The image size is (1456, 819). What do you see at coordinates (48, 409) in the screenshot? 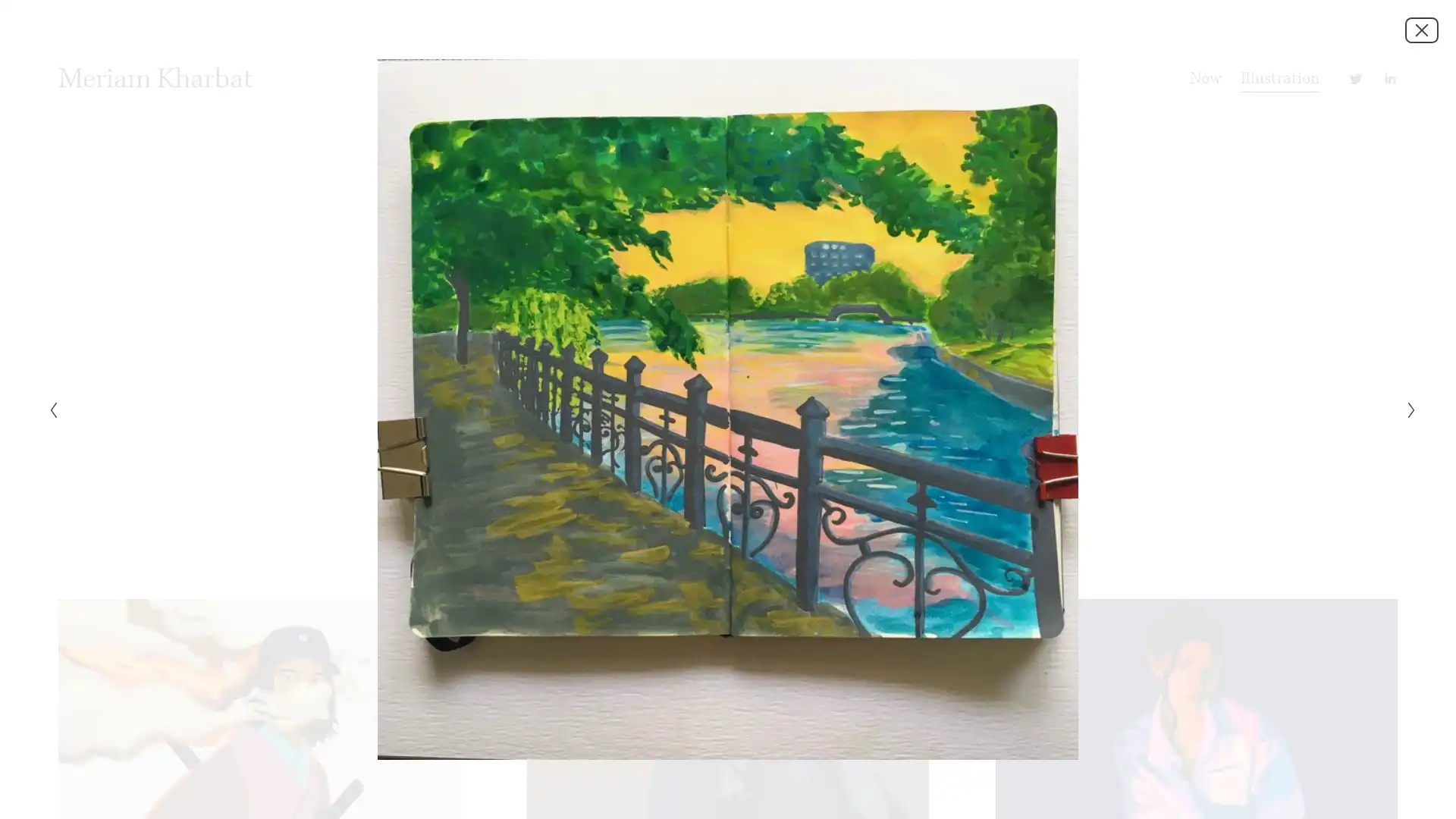
I see `Previous Slide` at bounding box center [48, 409].